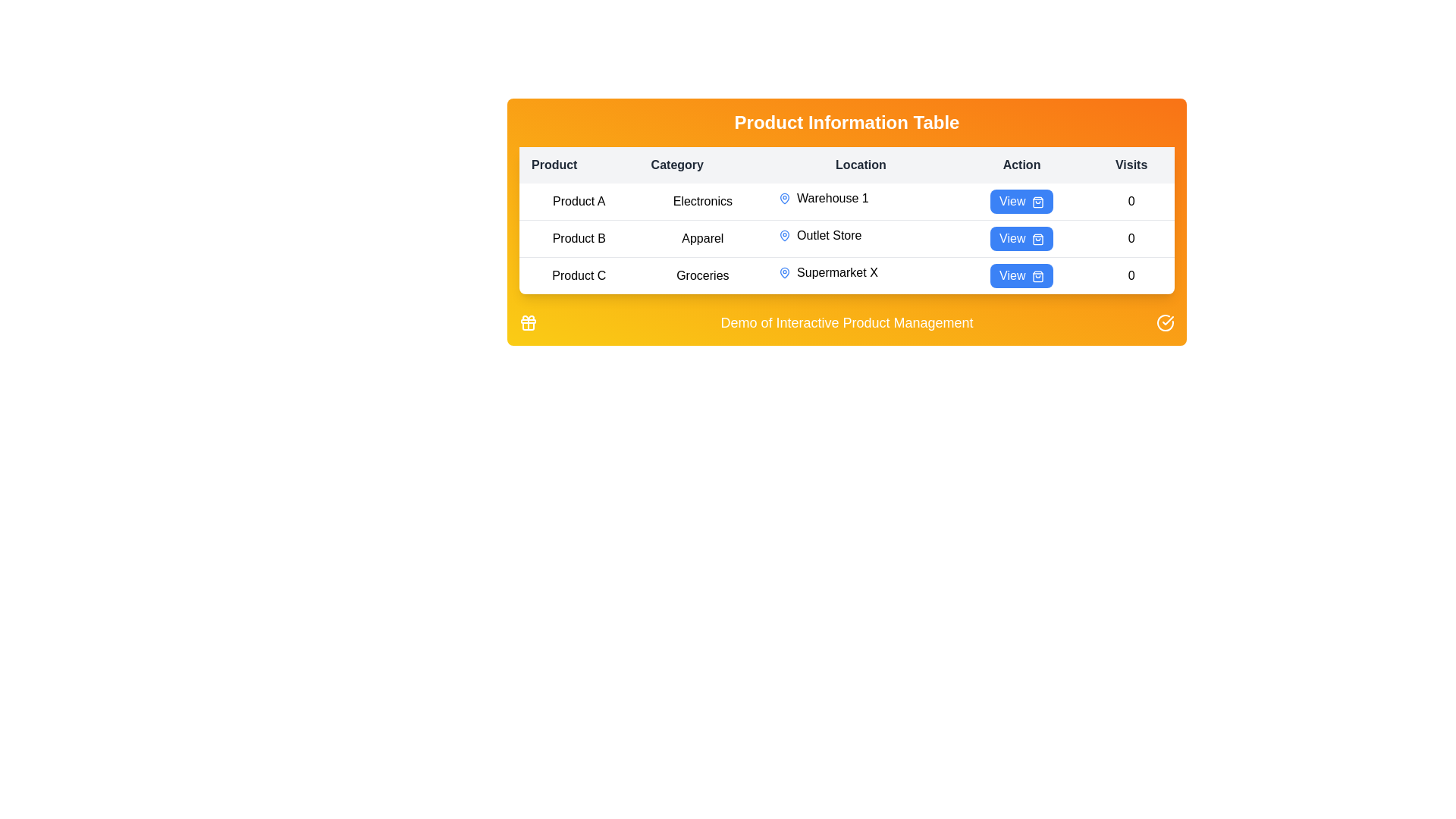 This screenshot has width=1456, height=819. Describe the element at coordinates (701, 239) in the screenshot. I see `the 'Apparel' text label located in the second row and second column of the table under the 'Category' header` at that location.